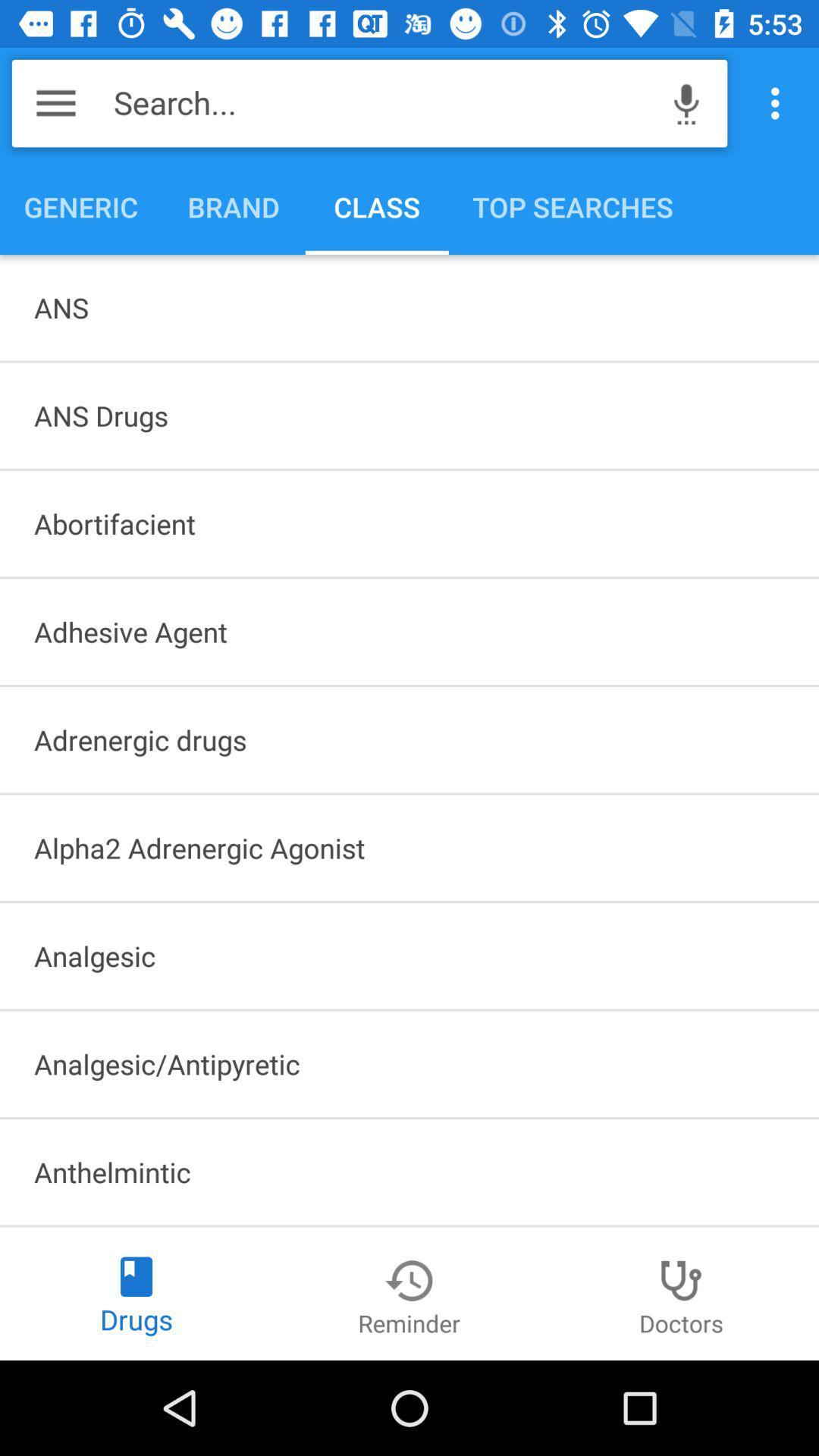  I want to click on the icon above adrenergic drugs item, so click(409, 632).